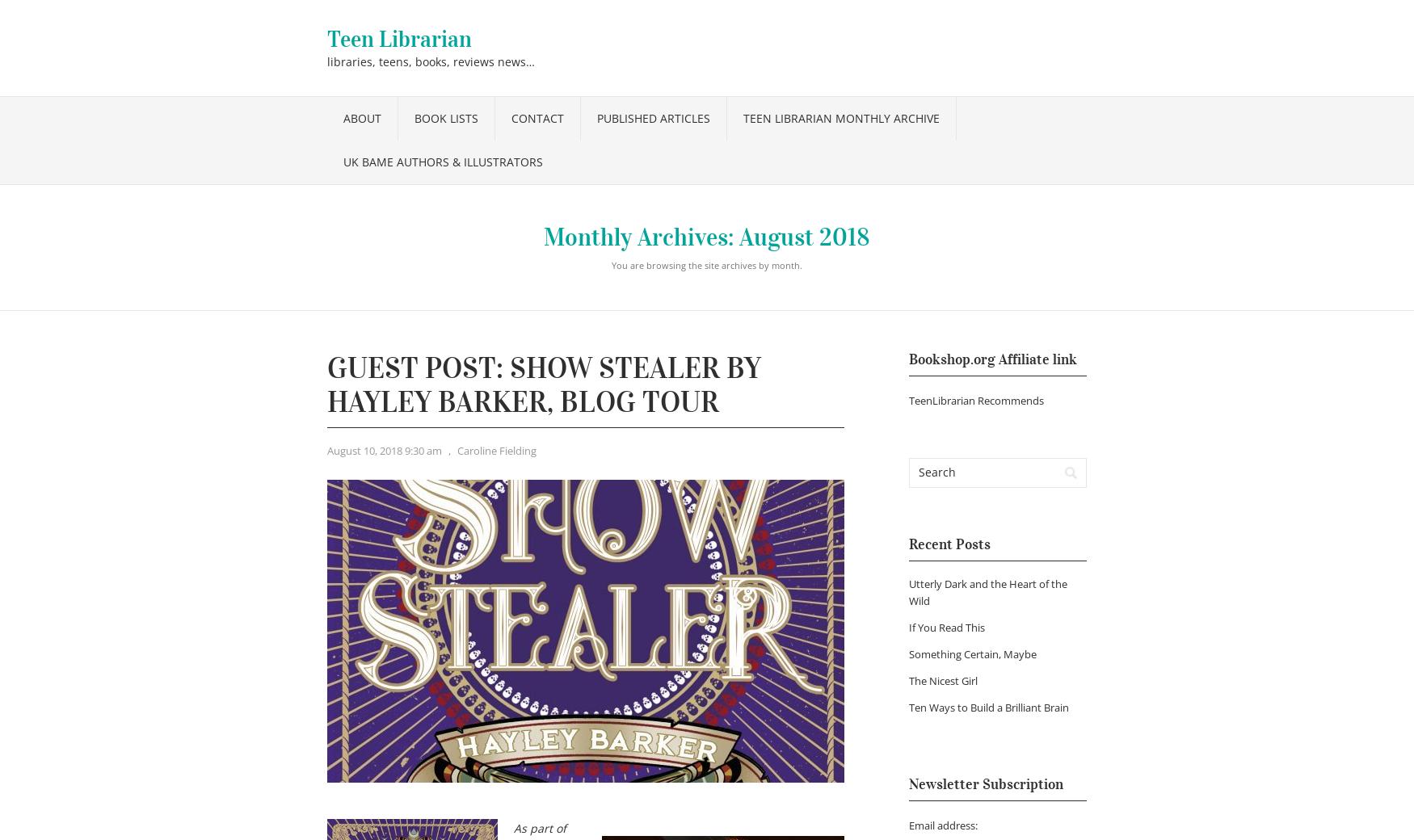 This screenshot has width=1414, height=840. What do you see at coordinates (326, 38) in the screenshot?
I see `'Teen Librarian'` at bounding box center [326, 38].